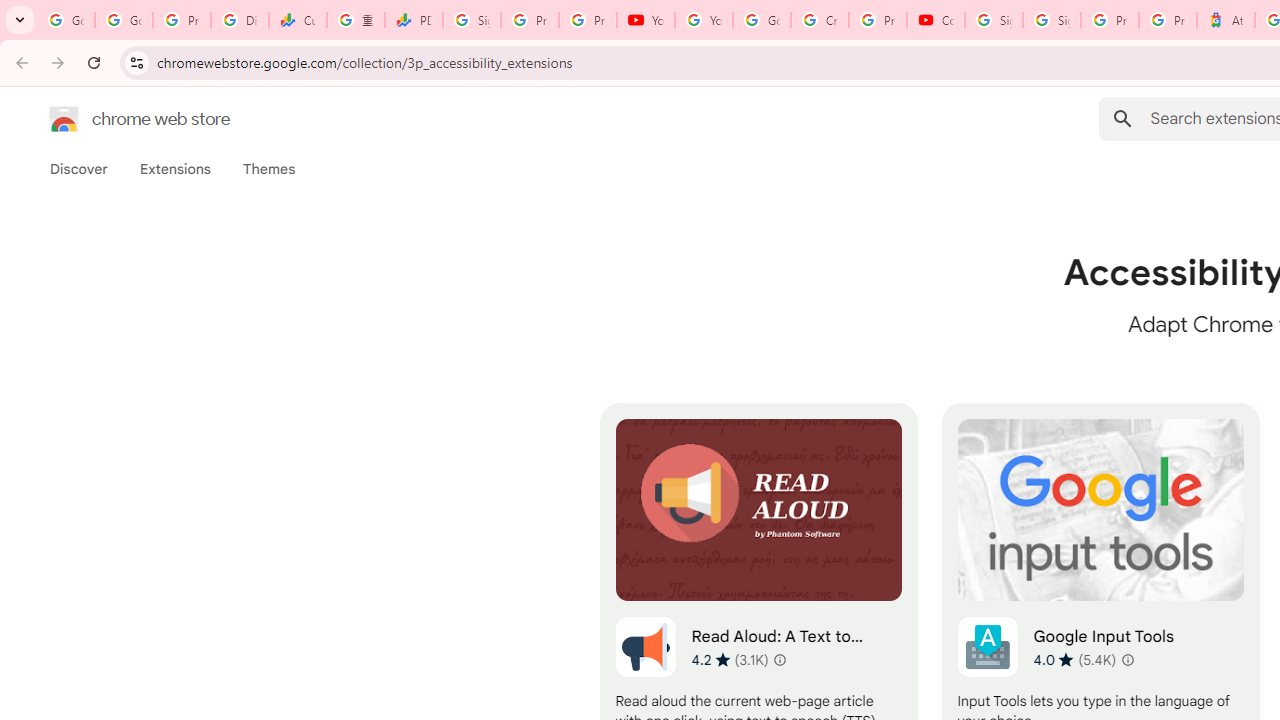 This screenshot has width=1280, height=720. I want to click on 'Google Account Help', so click(761, 20).